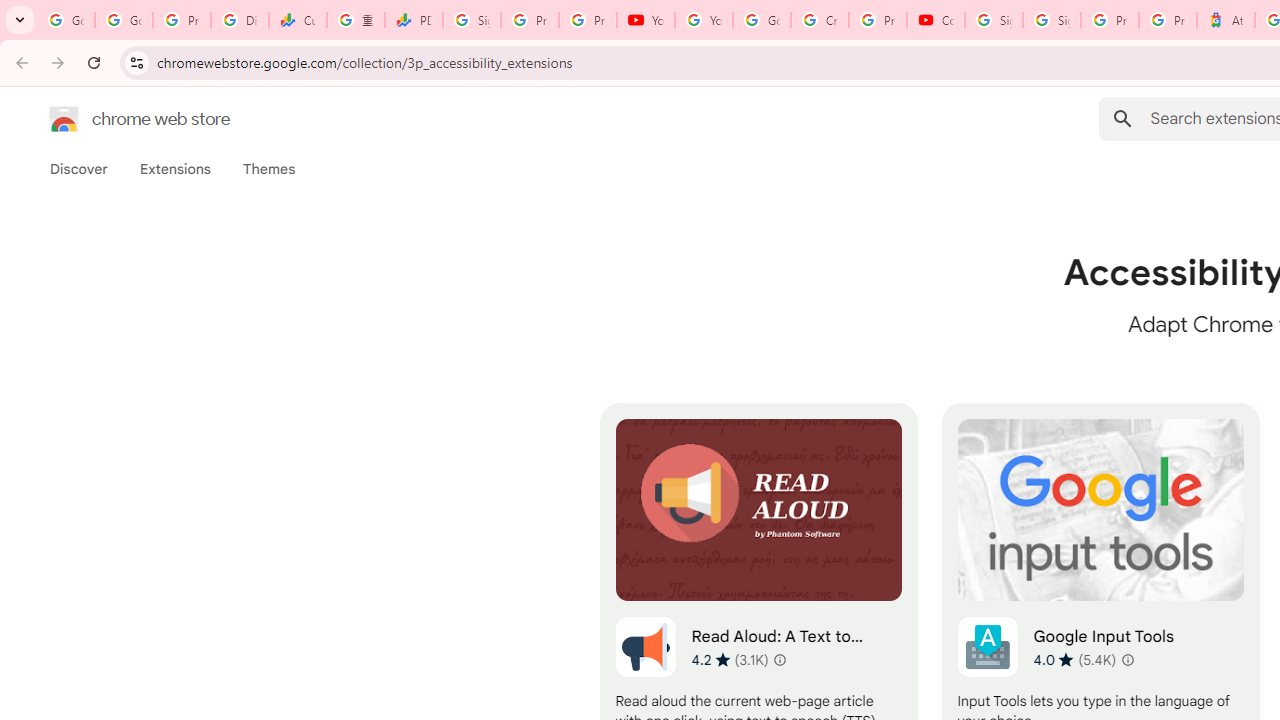 This screenshot has width=1280, height=720. I want to click on 'Google Account Help', so click(761, 20).